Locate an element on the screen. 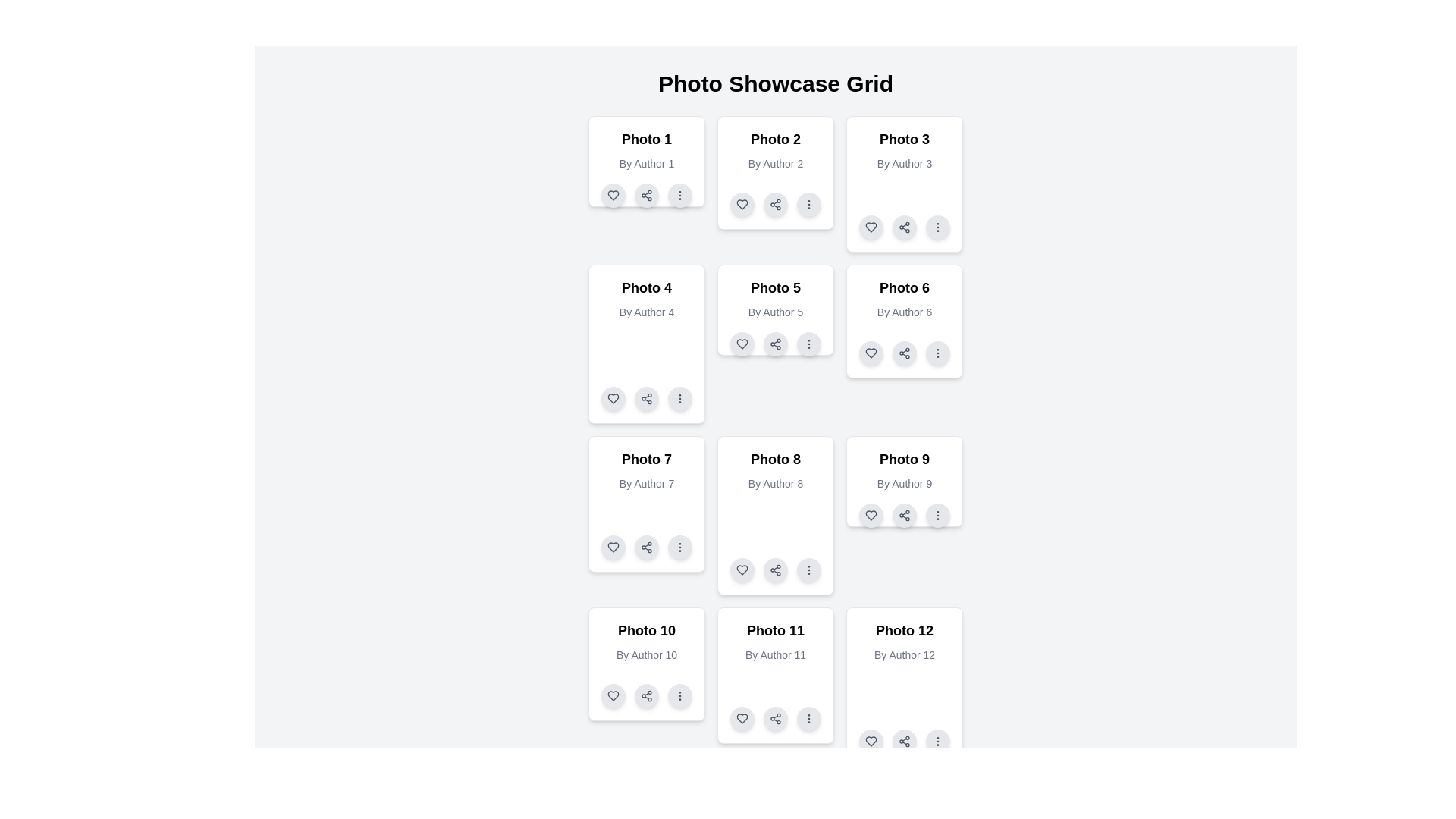 Image resolution: width=1456 pixels, height=819 pixels. the circular button with a heart outline icon in the bottom-left corner of the card titled 'Photo 7 By Author 7' is located at coordinates (613, 547).